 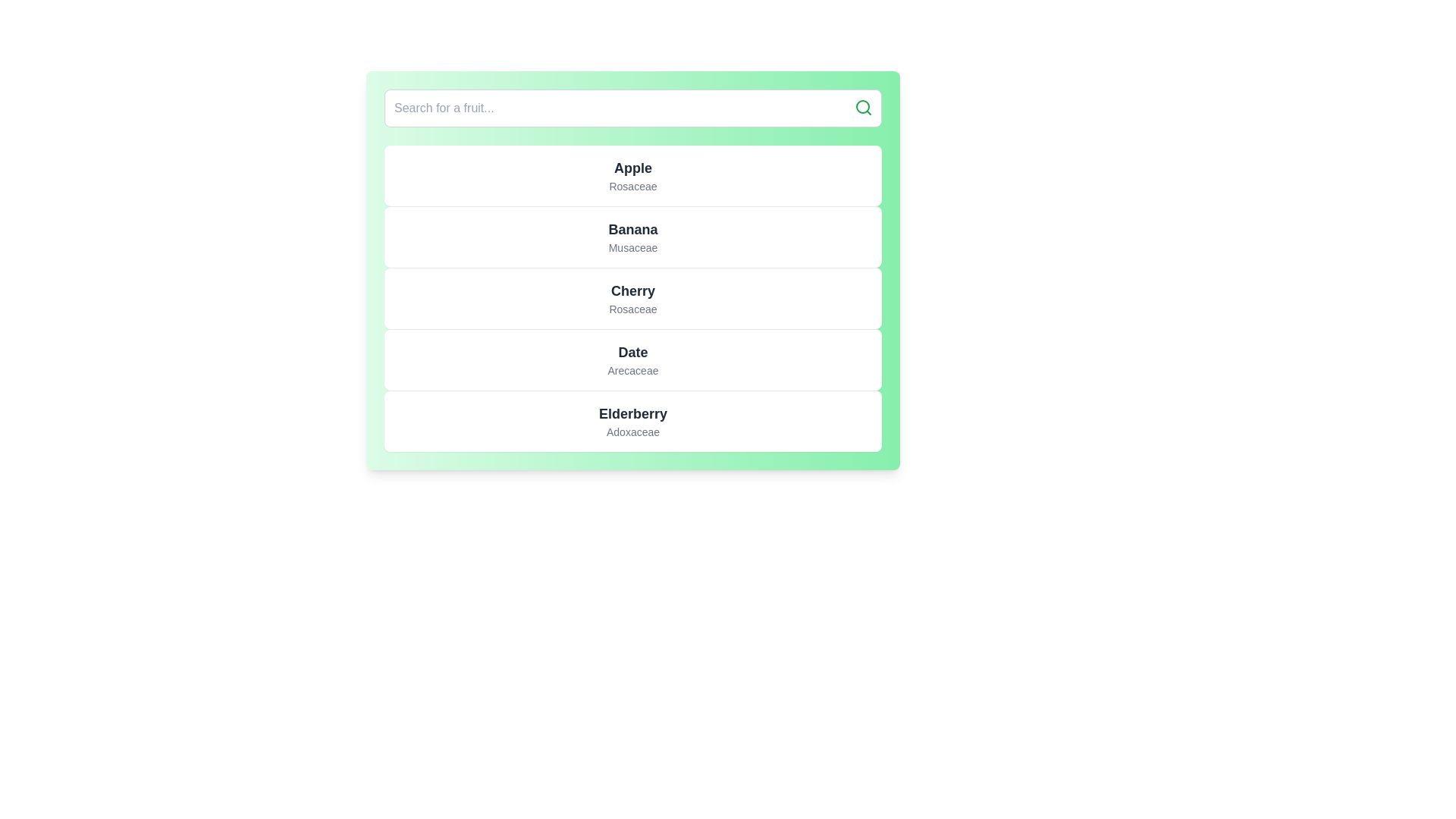 I want to click on the third interactive list item labeled 'Cherry - Rosaceae', so click(x=633, y=298).